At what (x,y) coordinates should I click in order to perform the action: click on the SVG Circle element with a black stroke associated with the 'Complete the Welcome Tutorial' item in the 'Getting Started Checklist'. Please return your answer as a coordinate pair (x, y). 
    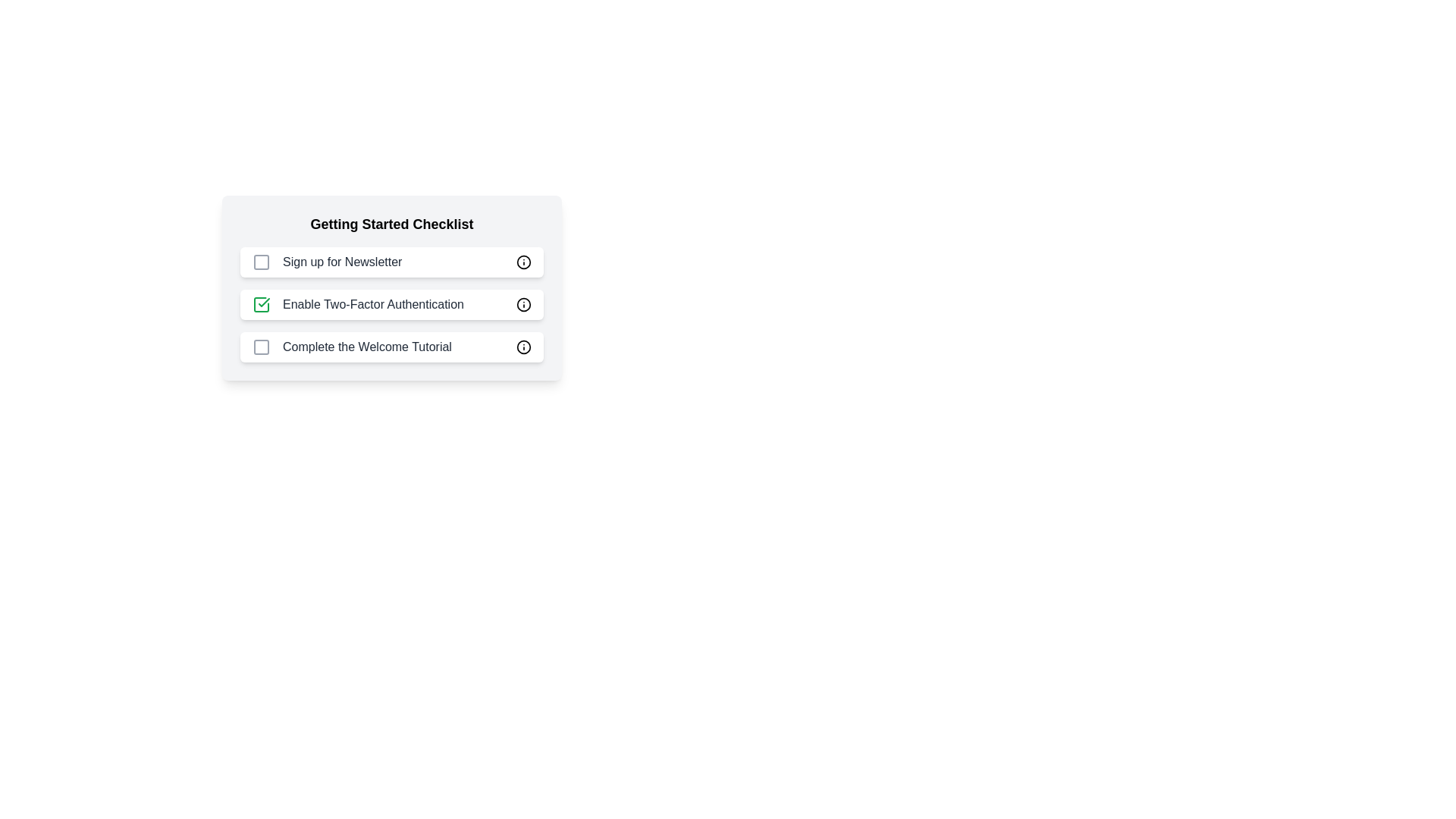
    Looking at the image, I should click on (524, 347).